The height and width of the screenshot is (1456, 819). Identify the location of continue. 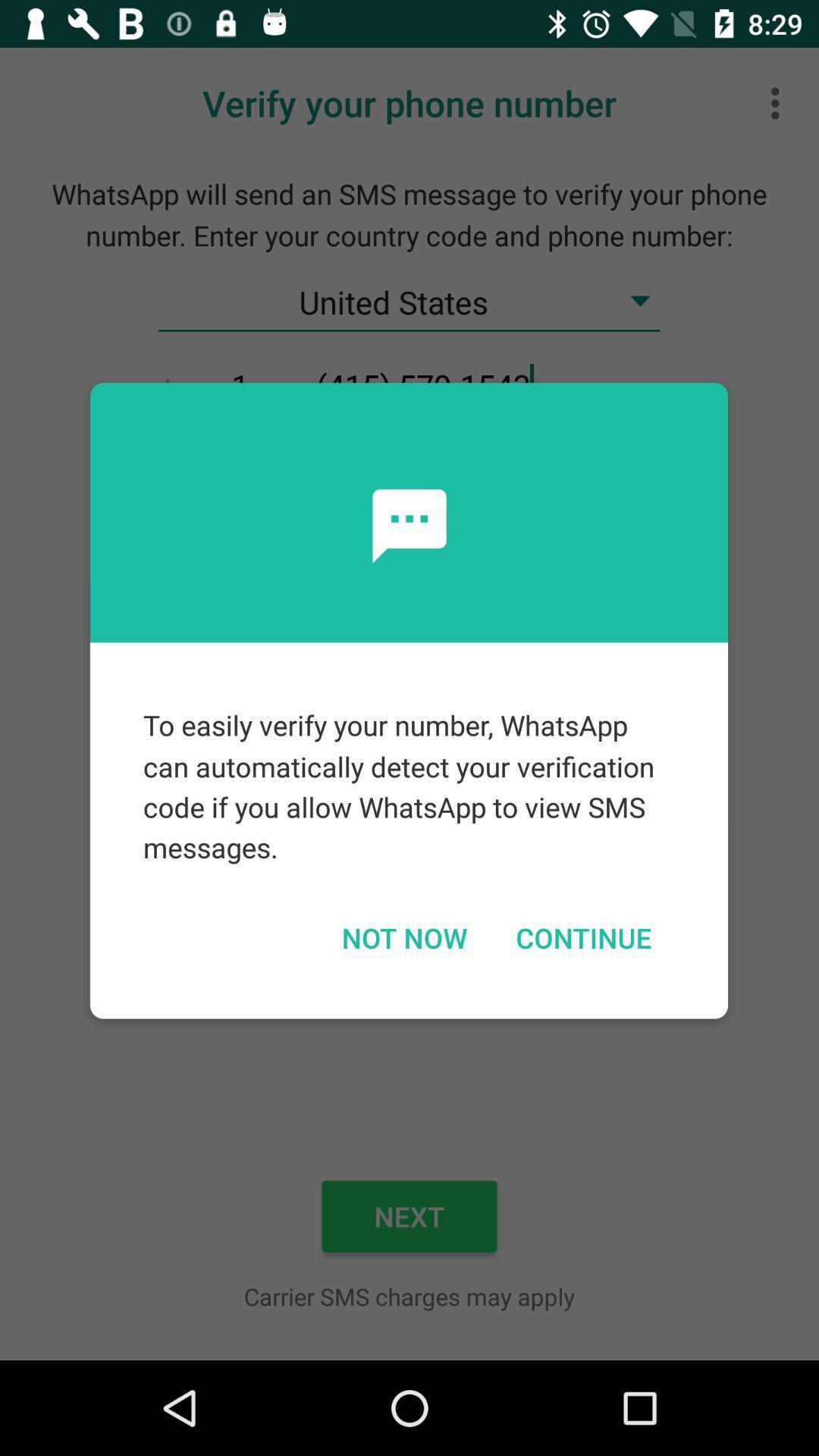
(582, 937).